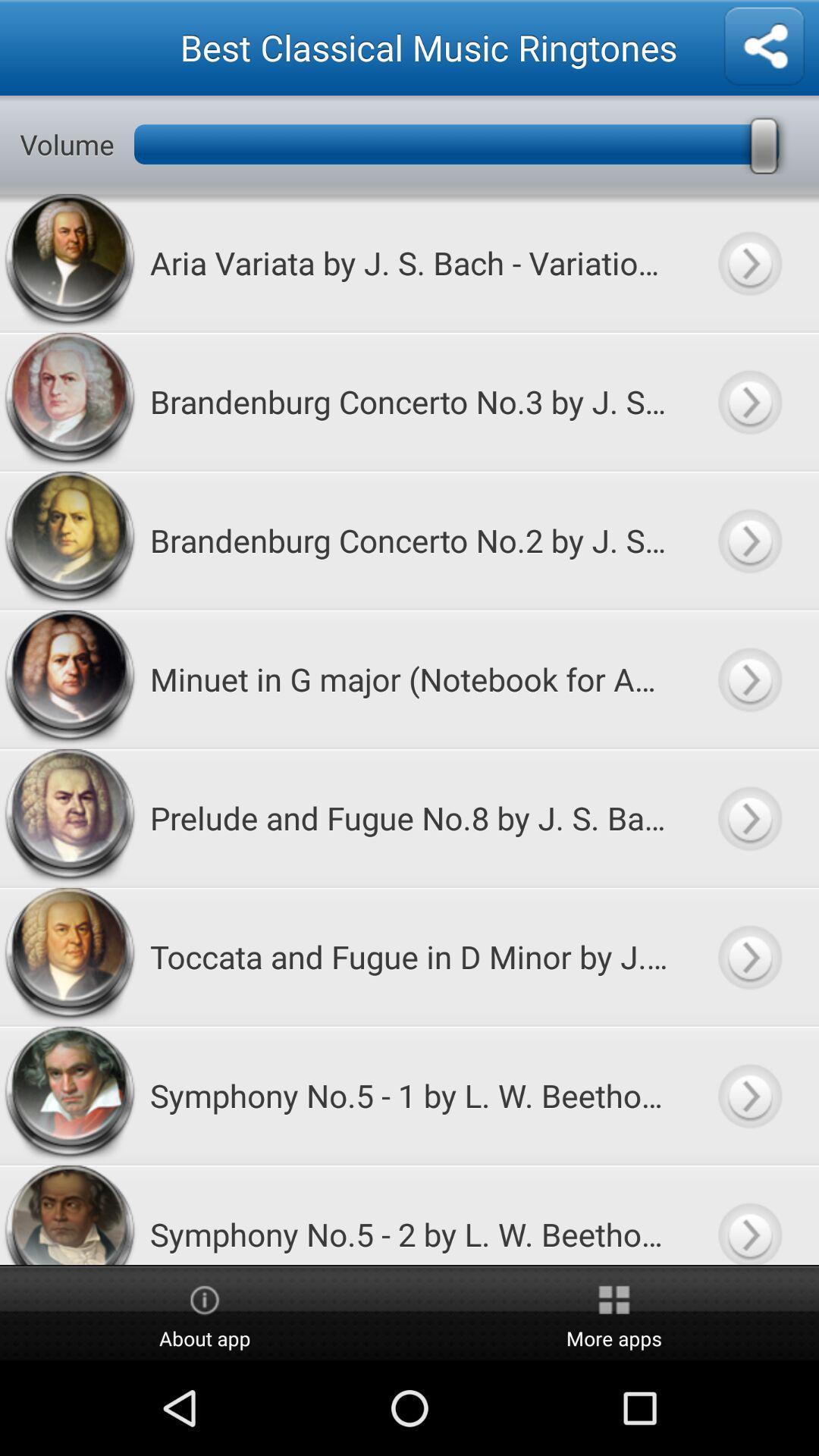 Image resolution: width=819 pixels, height=1456 pixels. What do you see at coordinates (748, 262) in the screenshot?
I see `the ringtone` at bounding box center [748, 262].